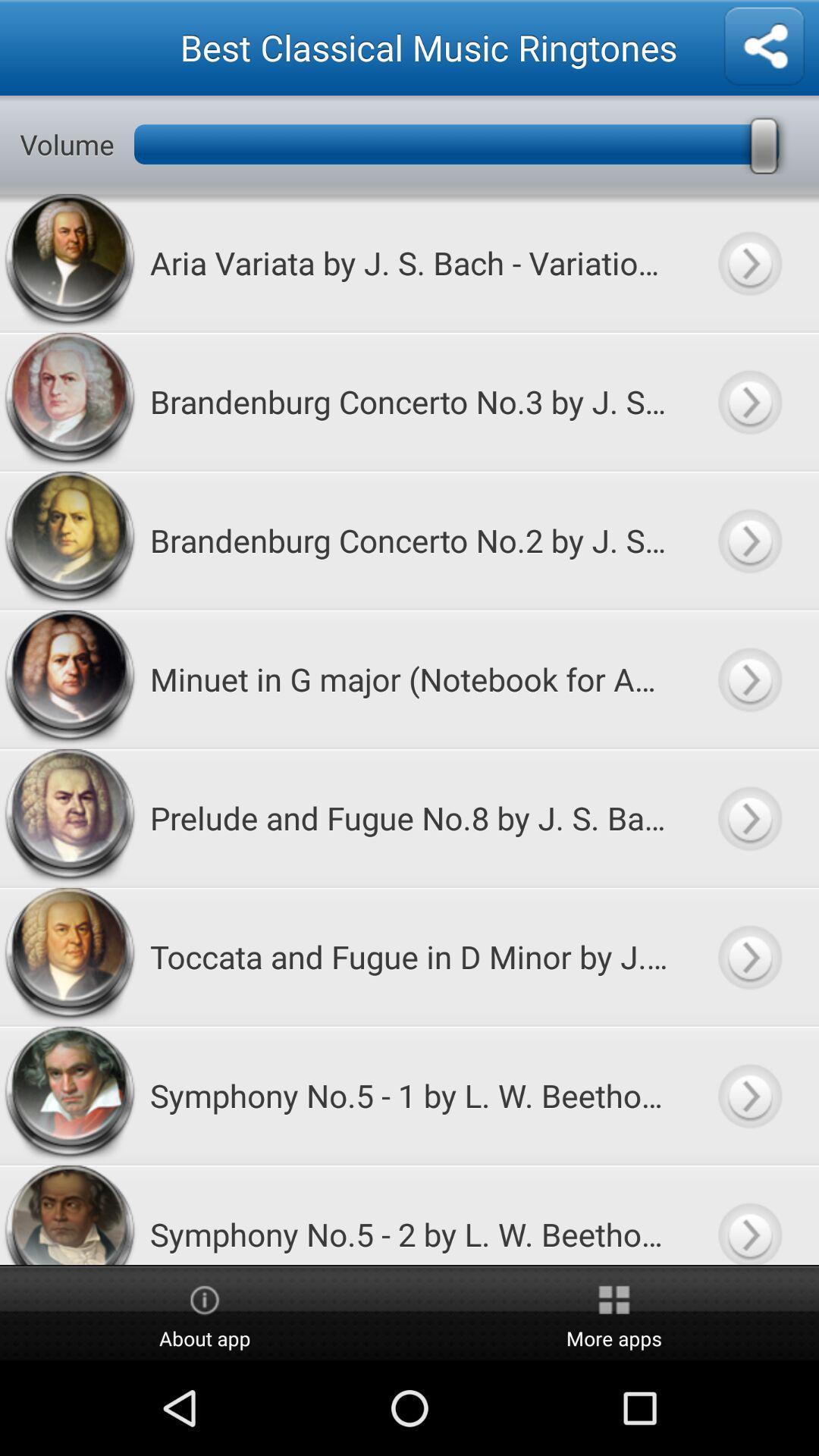 Image resolution: width=819 pixels, height=1456 pixels. What do you see at coordinates (748, 262) in the screenshot?
I see `the ringtone` at bounding box center [748, 262].